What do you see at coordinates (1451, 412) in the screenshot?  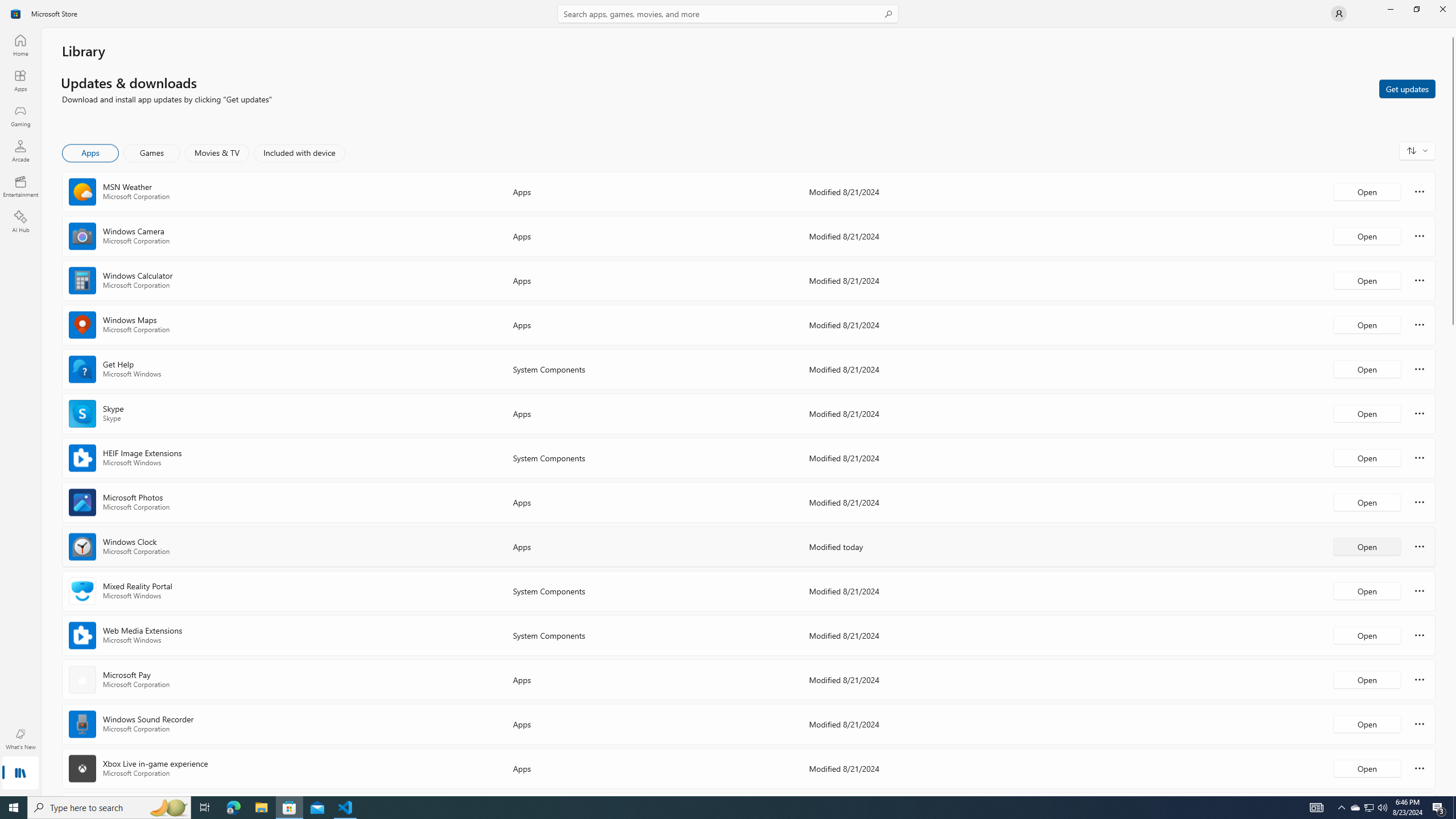 I see `'Vertical'` at bounding box center [1451, 412].